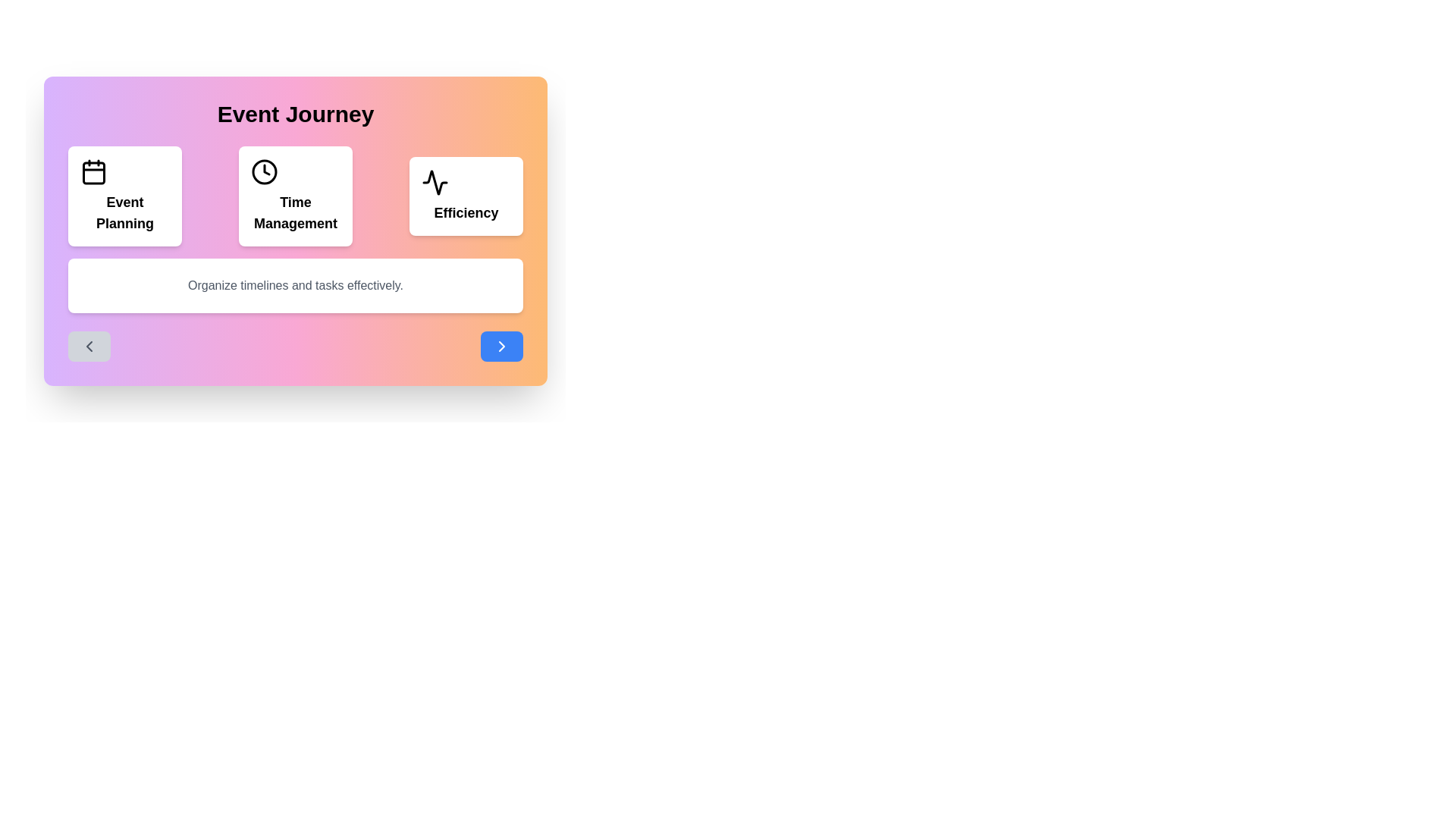  Describe the element at coordinates (124, 195) in the screenshot. I see `the event card representing Event Planning` at that location.